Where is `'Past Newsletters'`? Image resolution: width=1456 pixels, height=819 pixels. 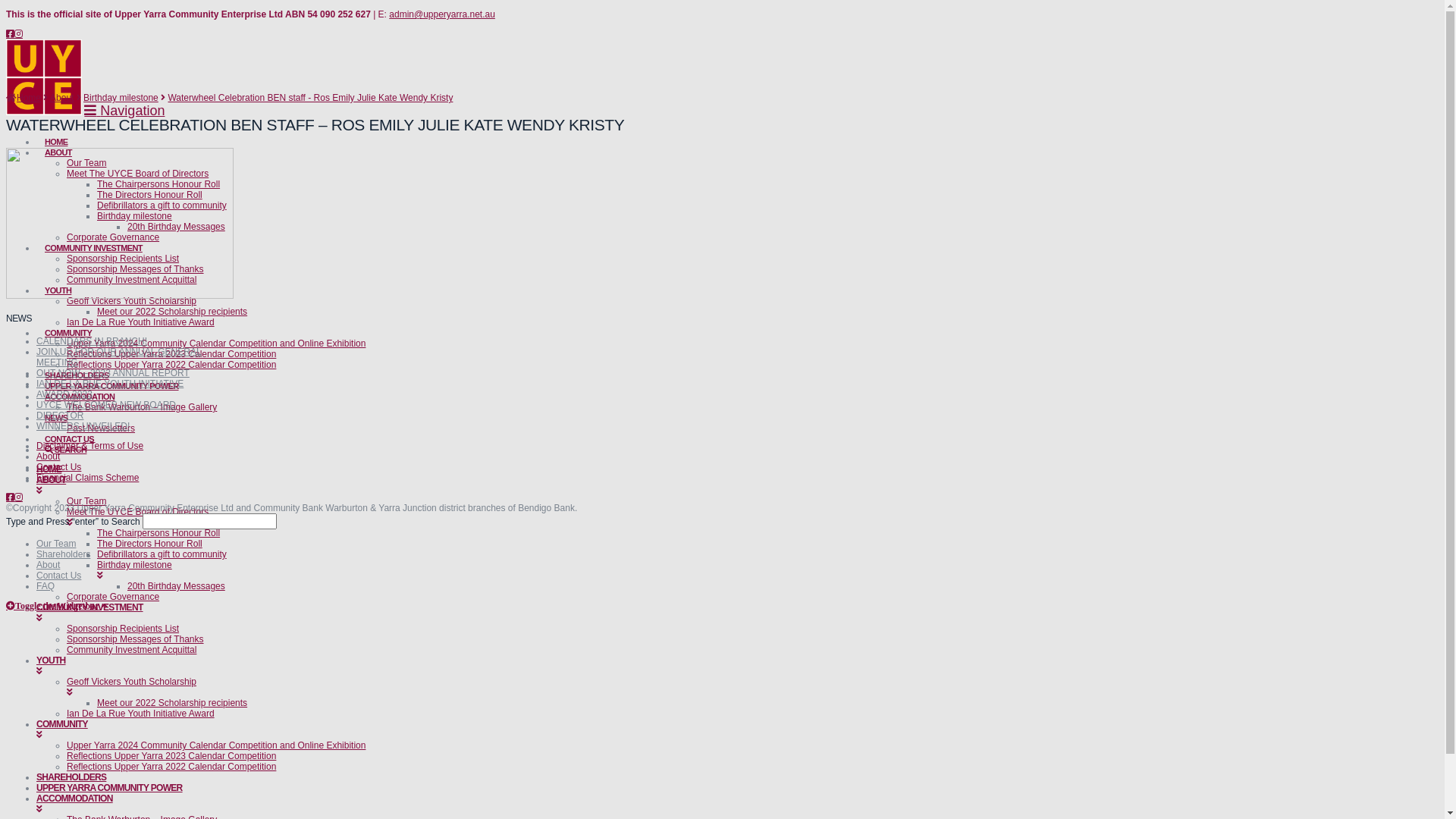
'Past Newsletters' is located at coordinates (100, 428).